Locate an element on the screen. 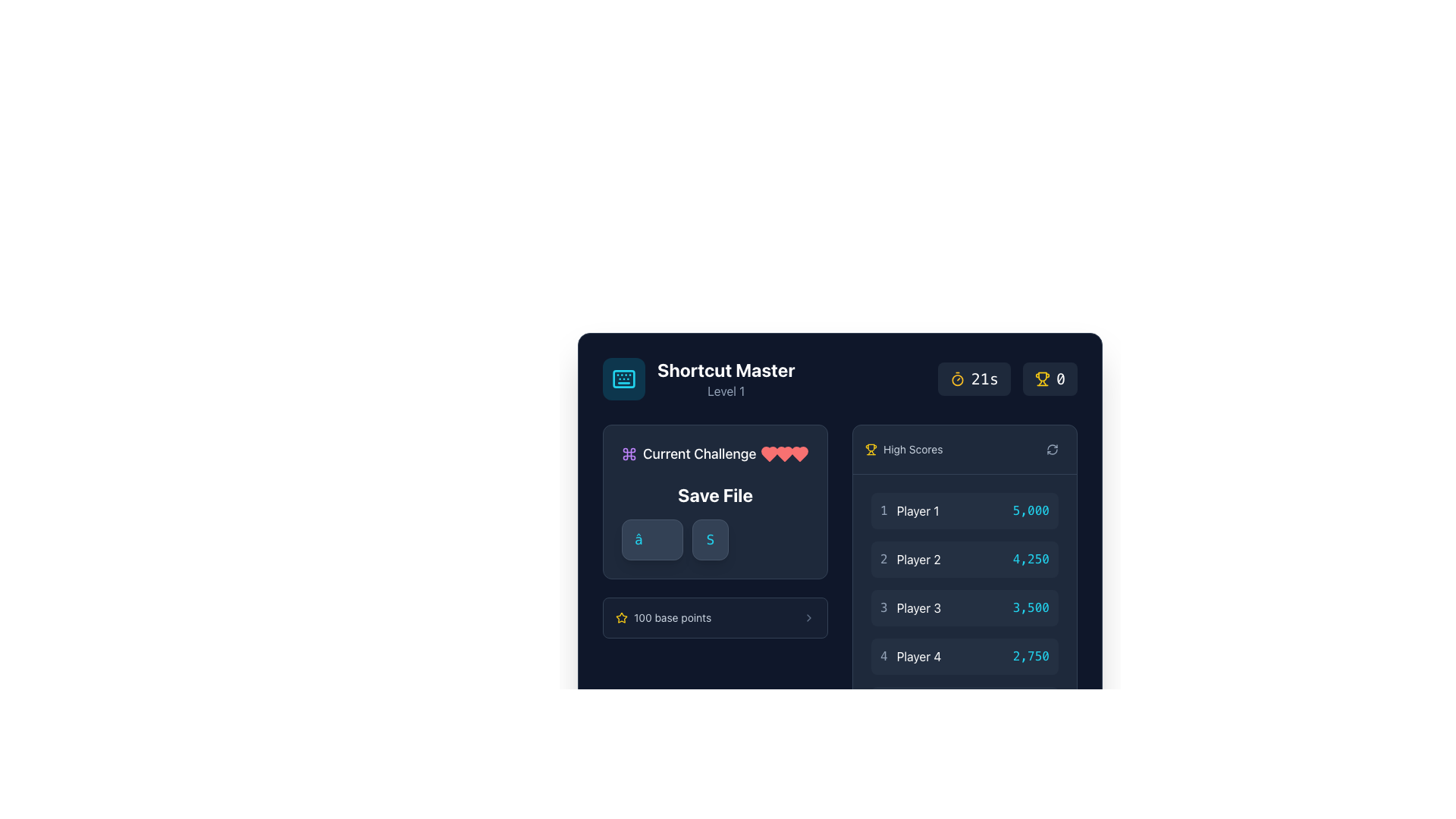  the Label/Text Display indicating 'Player 3' in the High Scores list, which is the third entry and adjacent to the number label '3' is located at coordinates (918, 607).